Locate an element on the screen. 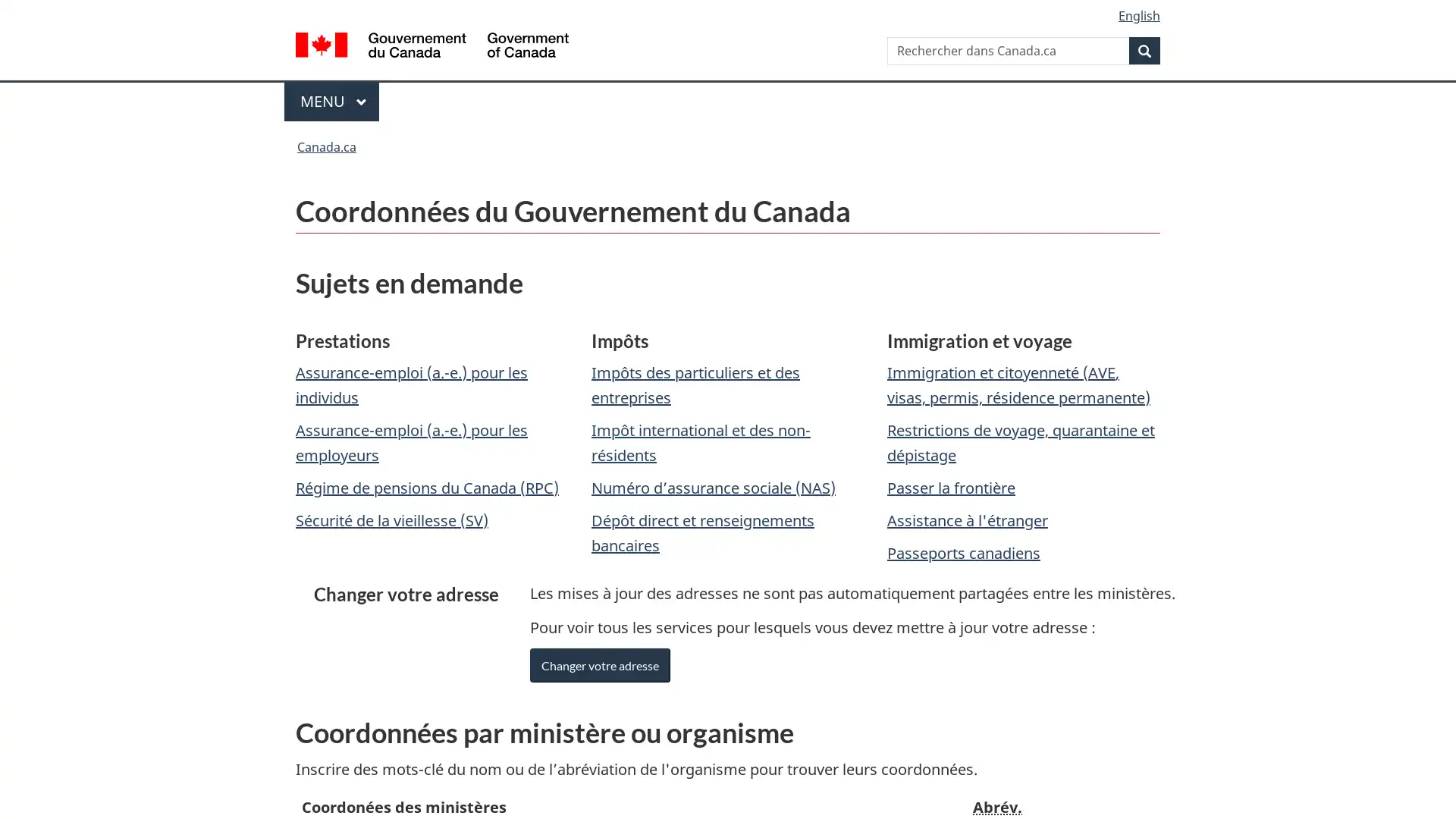 The image size is (1456, 819). Recherche is located at coordinates (1144, 49).